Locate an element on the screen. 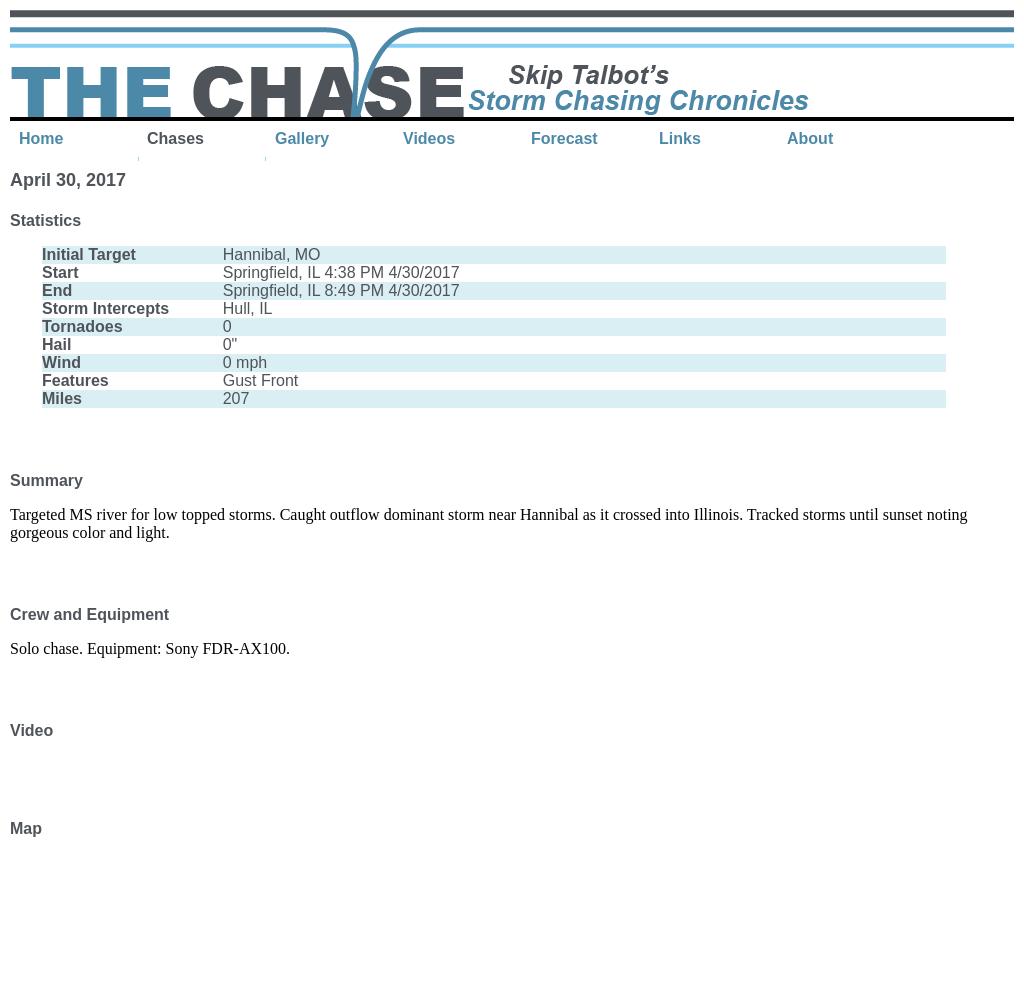  'About' is located at coordinates (809, 137).